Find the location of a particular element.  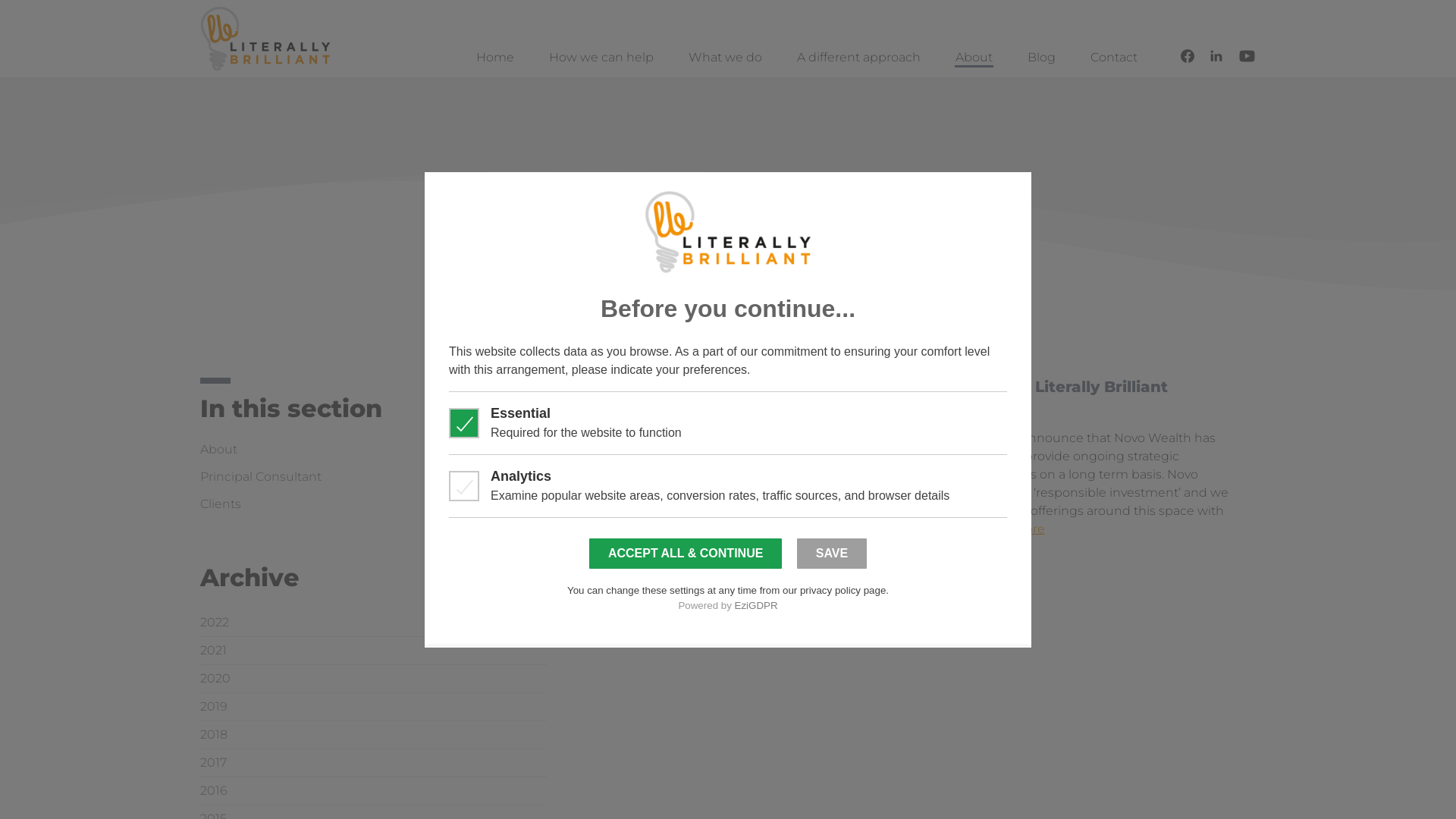

'2022' is located at coordinates (214, 623).